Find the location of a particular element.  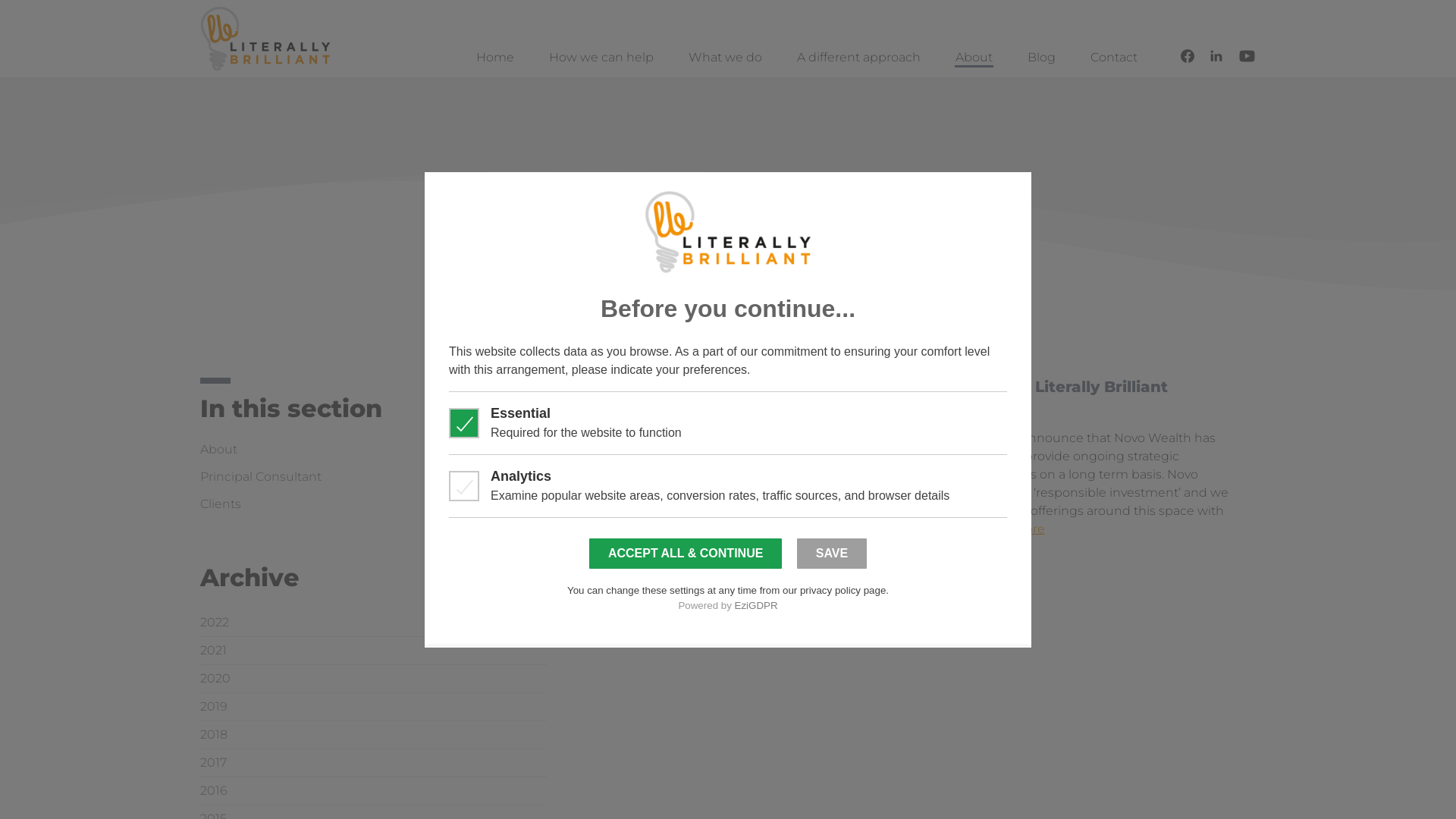

'2022' is located at coordinates (214, 623).